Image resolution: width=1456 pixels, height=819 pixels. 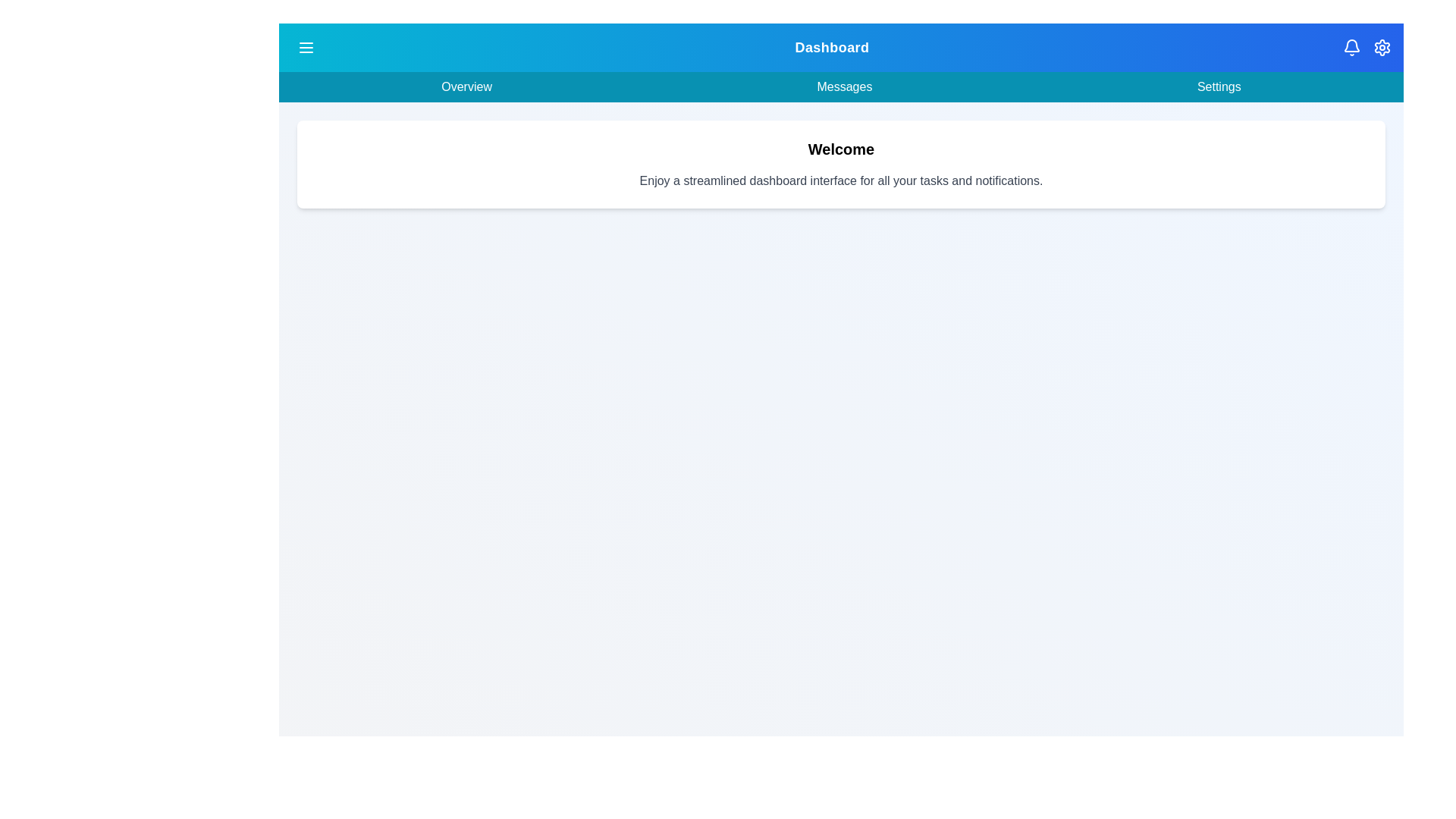 I want to click on the overview_tab to inspect its behavior, so click(x=465, y=87).